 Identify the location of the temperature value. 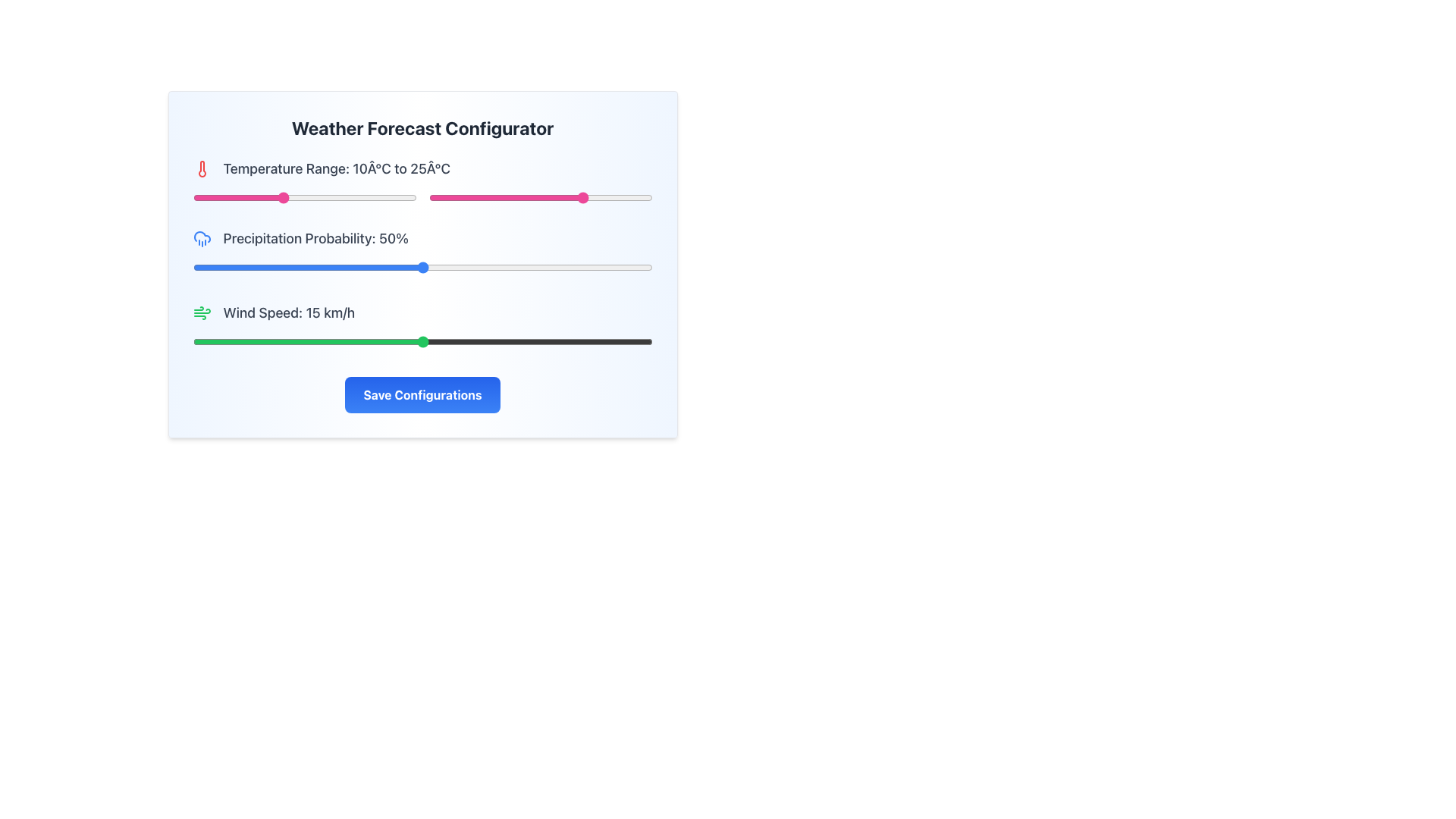
(566, 197).